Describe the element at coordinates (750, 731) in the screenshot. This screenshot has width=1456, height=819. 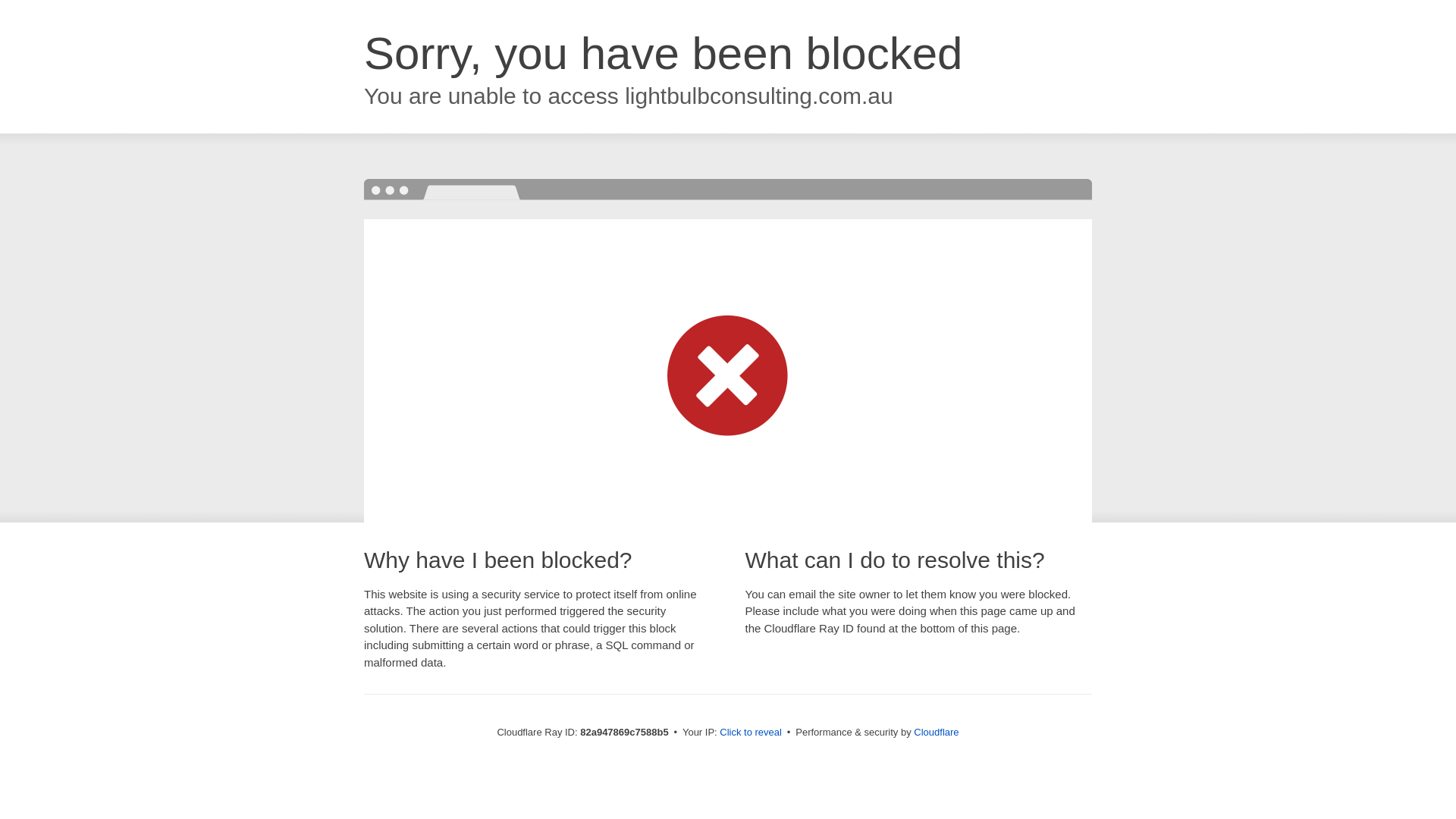
I see `'Click to reveal'` at that location.